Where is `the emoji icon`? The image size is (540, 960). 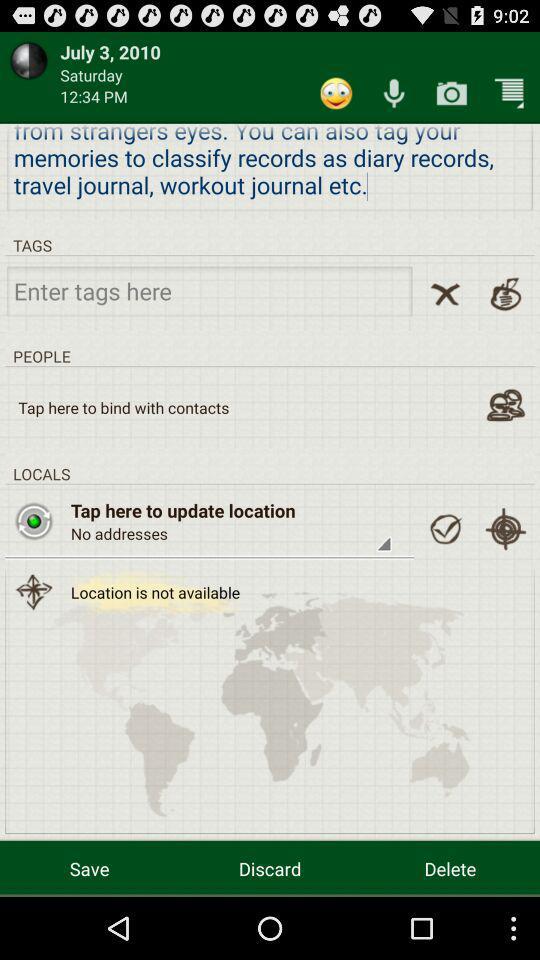
the emoji icon is located at coordinates (336, 99).